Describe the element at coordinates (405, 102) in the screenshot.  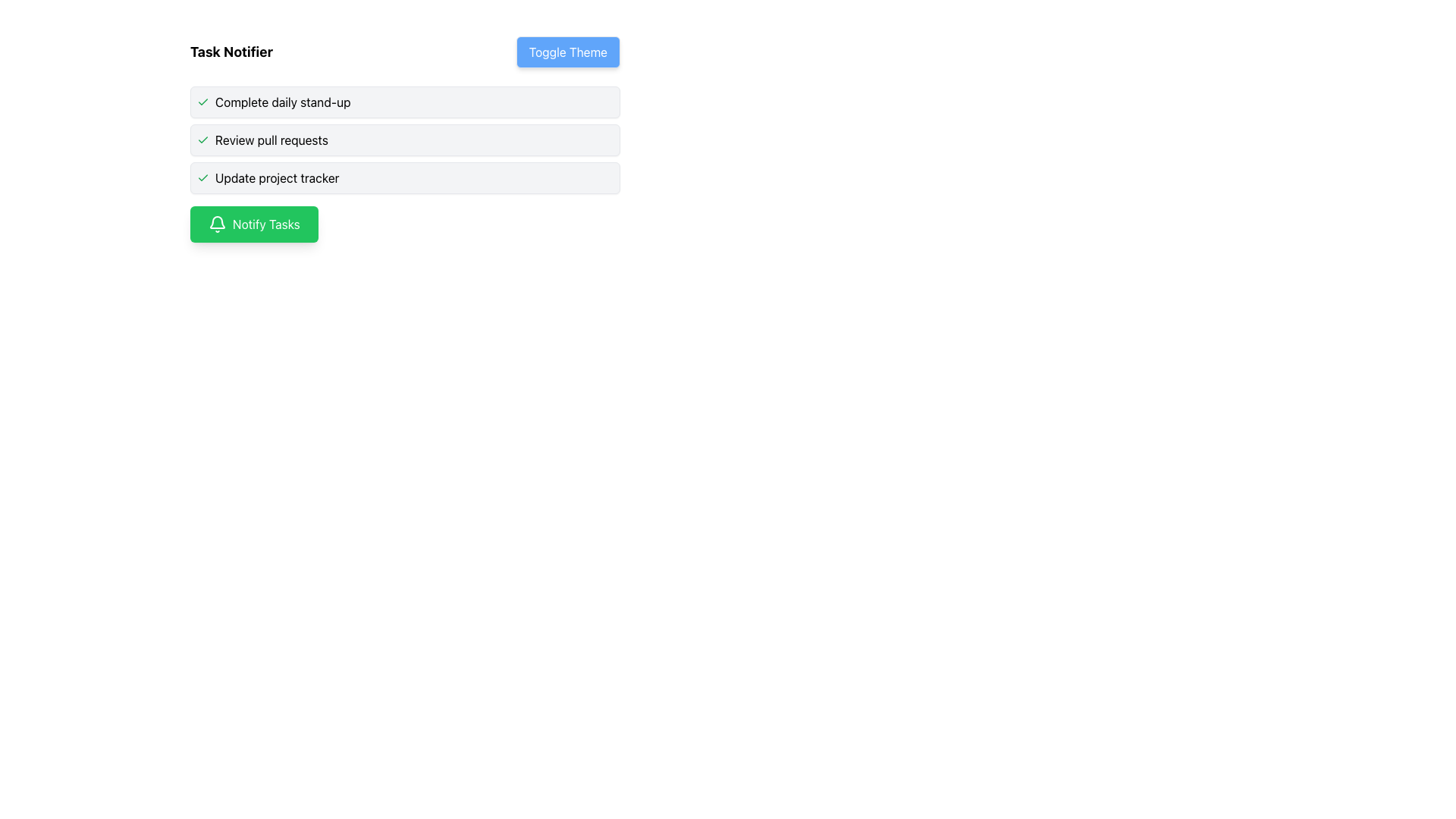
I see `the 'Complete daily stand-up' task display item in the Task Notifier section` at that location.